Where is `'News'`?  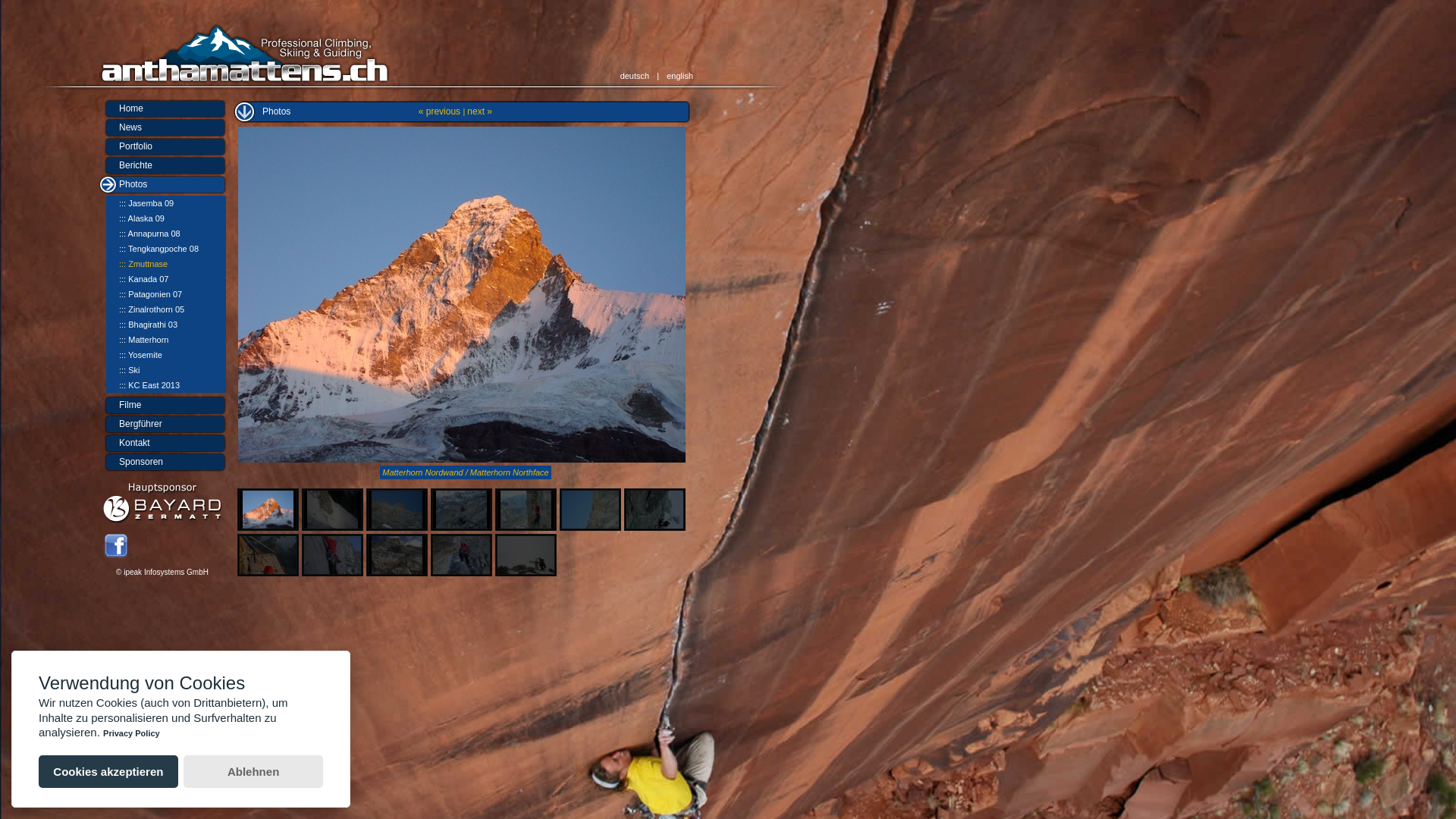 'News' is located at coordinates (119, 127).